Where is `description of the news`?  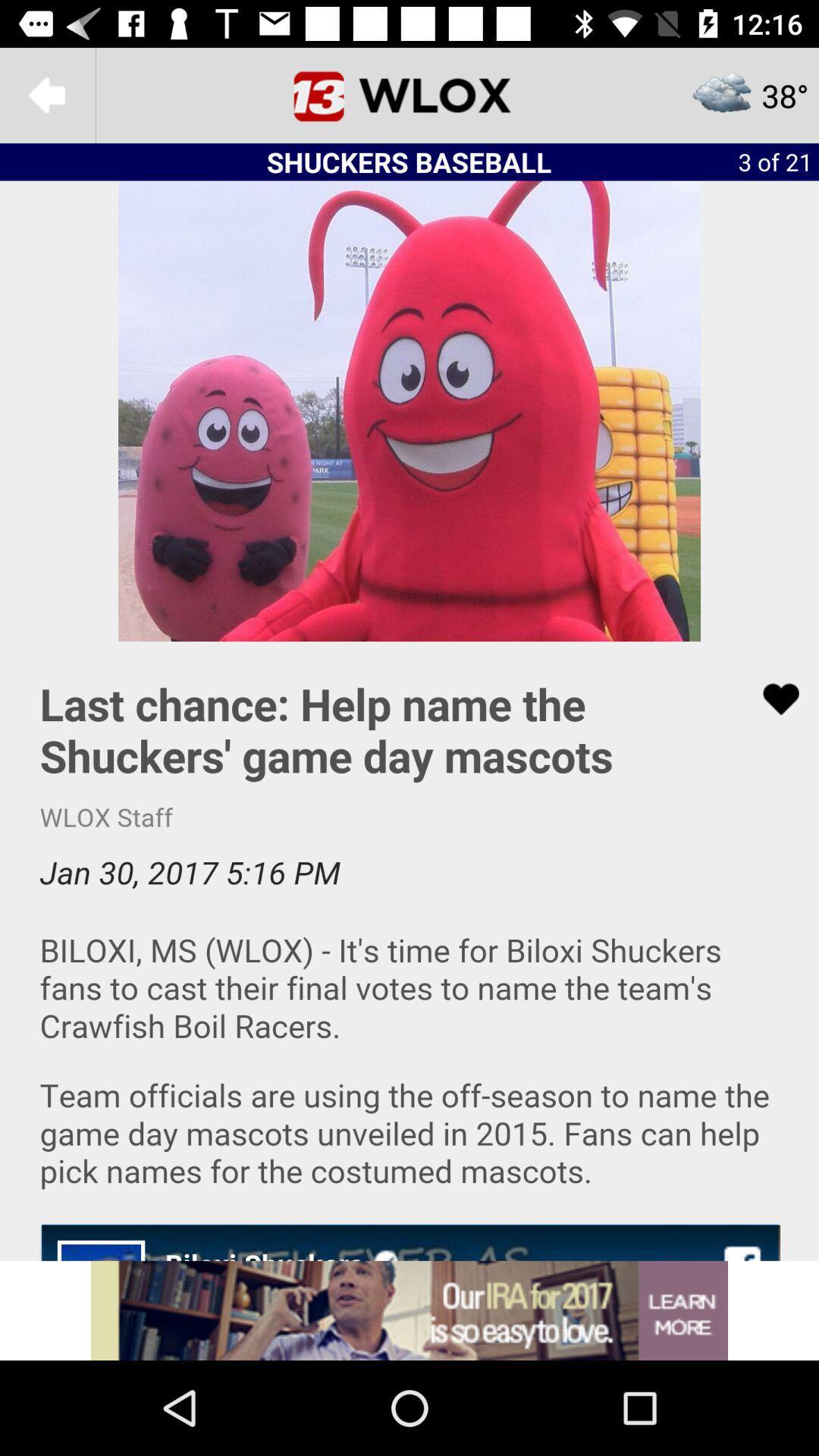 description of the news is located at coordinates (409, 950).